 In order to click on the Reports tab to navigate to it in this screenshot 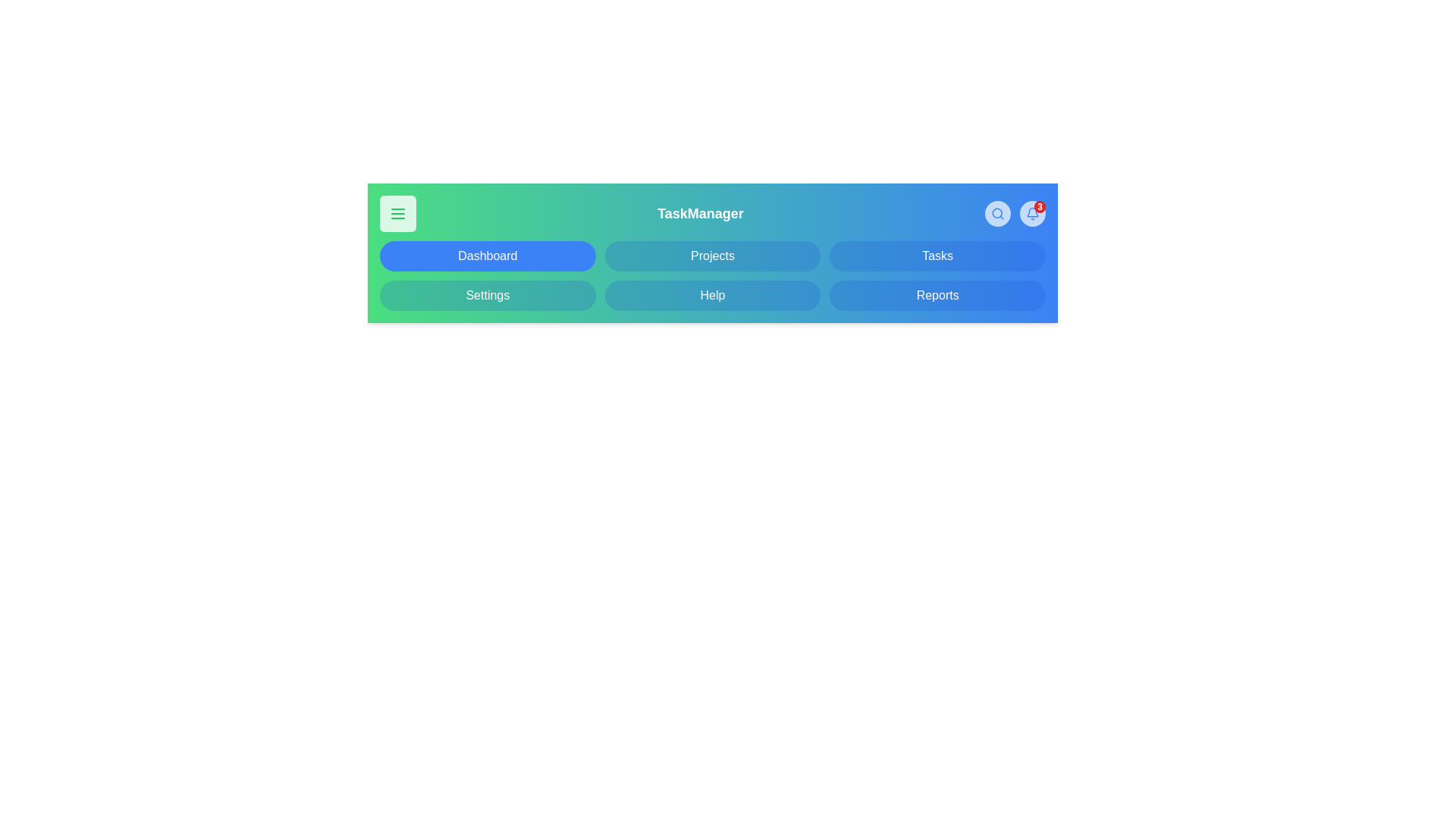, I will do `click(937, 295)`.